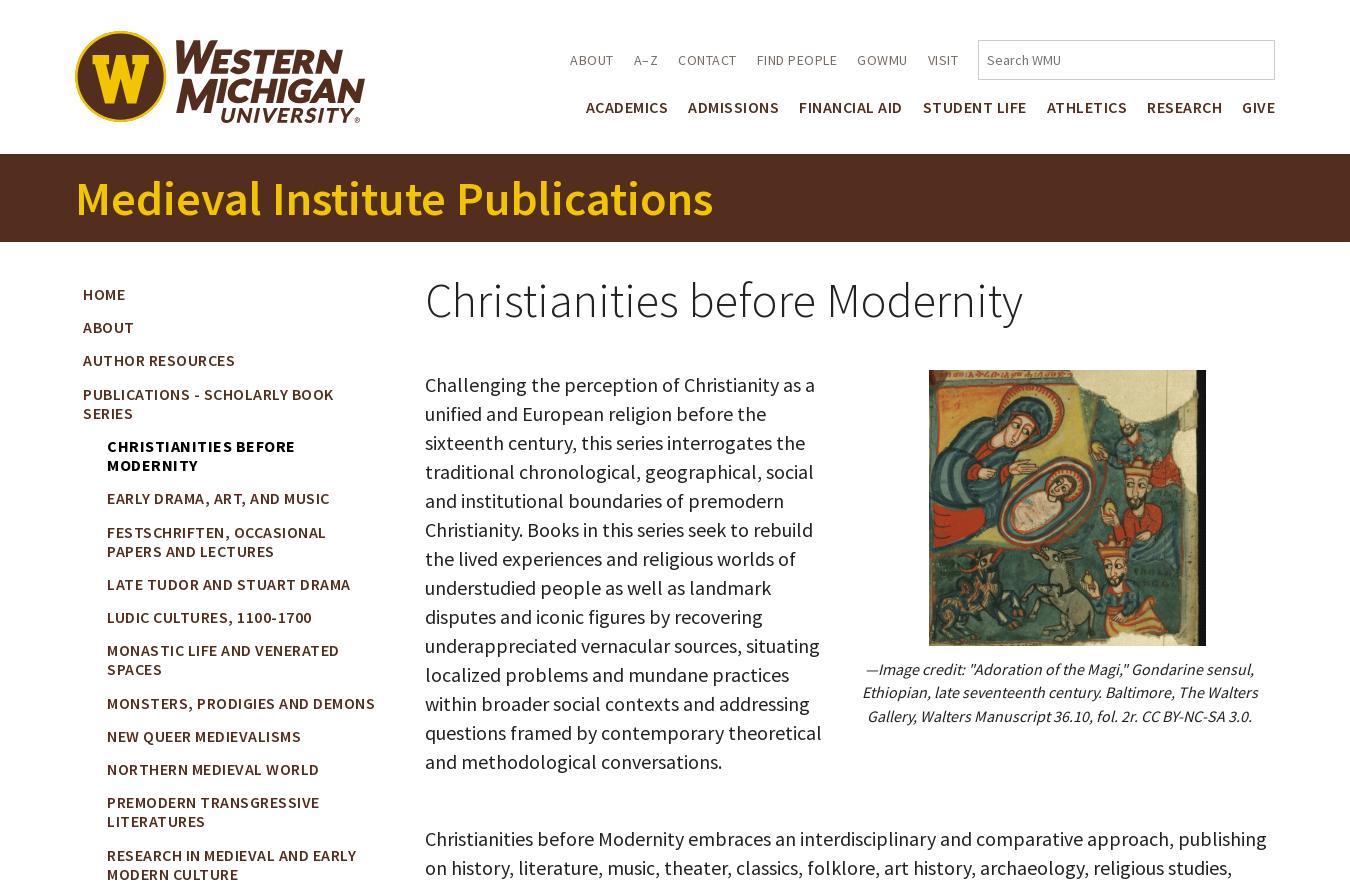 This screenshot has width=1350, height=887. Describe the element at coordinates (106, 497) in the screenshot. I see `'Early Drama, Art, and Music'` at that location.